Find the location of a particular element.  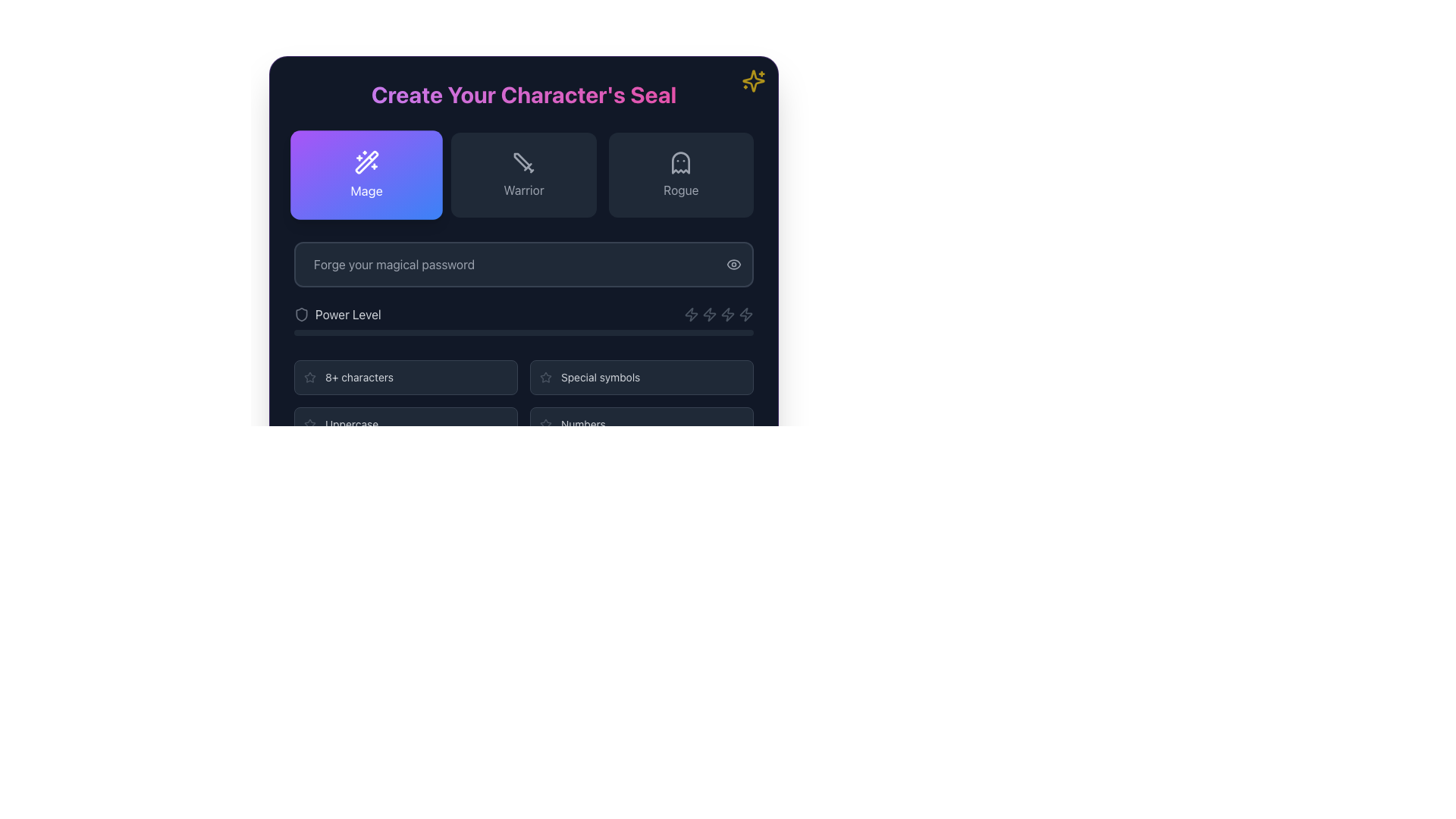

the 'Power Level' label which is positioned below the 'Forge your magical password' input field and features a shield icon next to the text is located at coordinates (337, 314).